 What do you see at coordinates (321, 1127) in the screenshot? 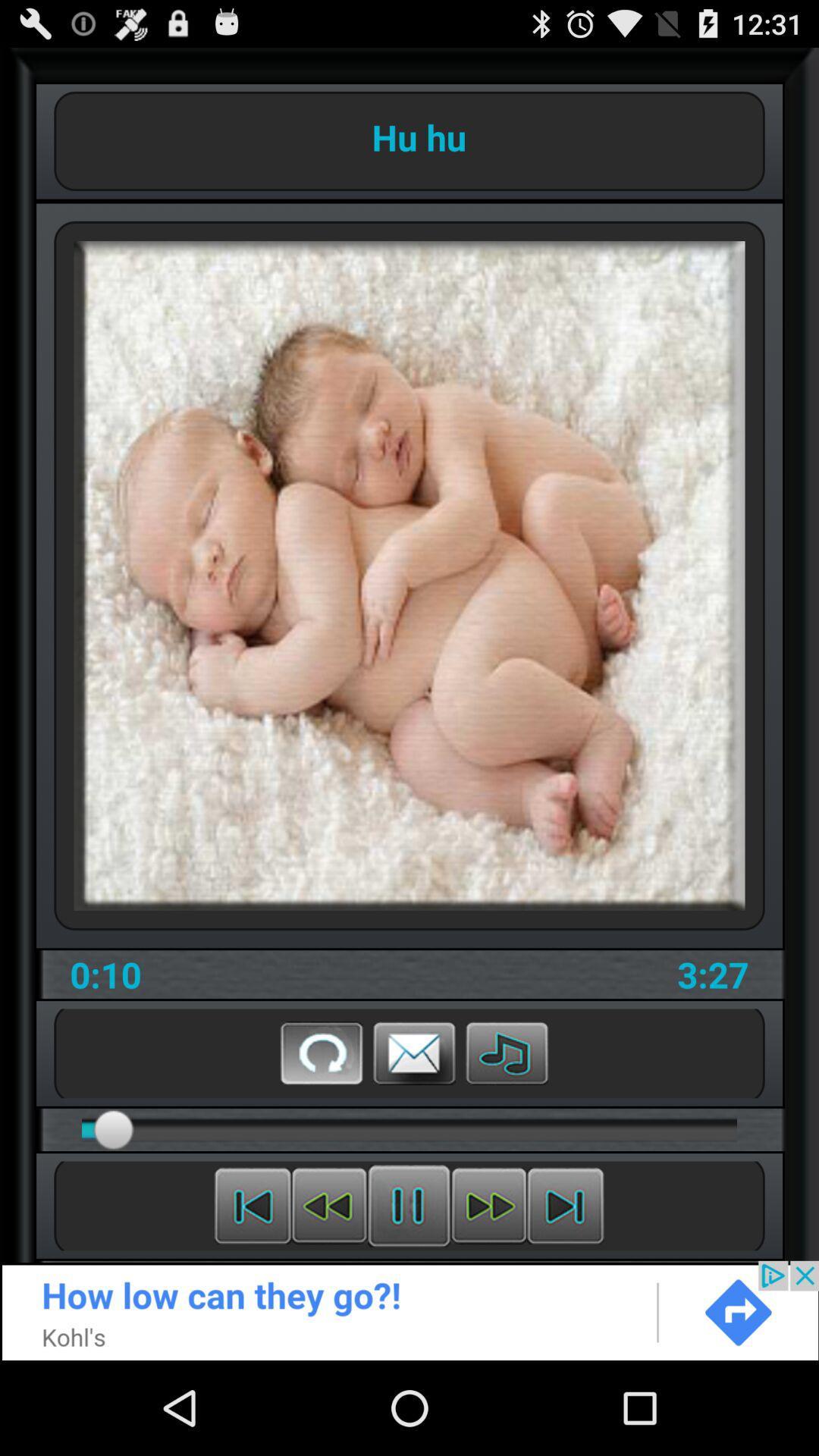
I see `the refresh icon` at bounding box center [321, 1127].